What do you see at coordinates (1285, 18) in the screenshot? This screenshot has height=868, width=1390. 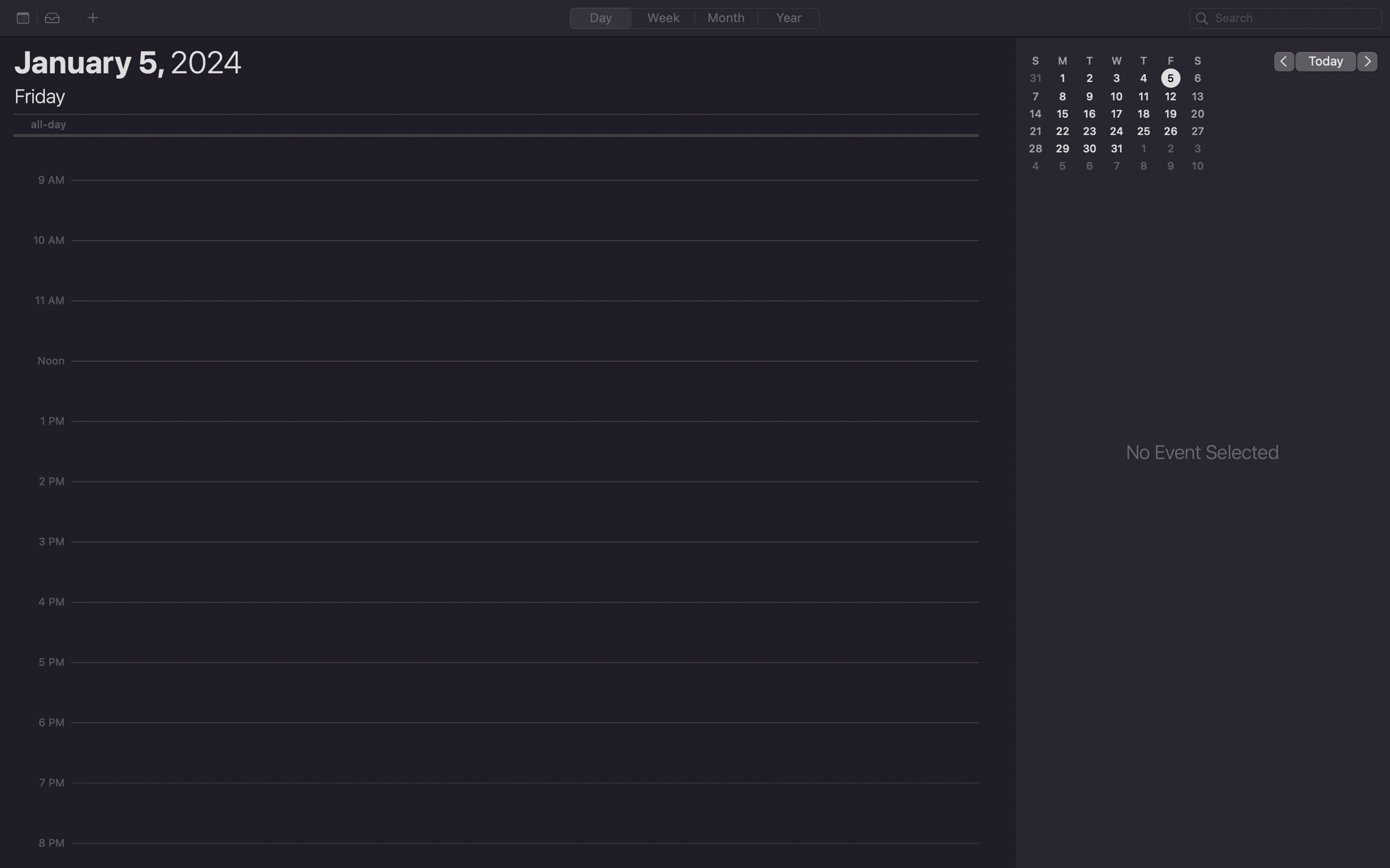 I see `Search for event "Joe birthday` at bounding box center [1285, 18].